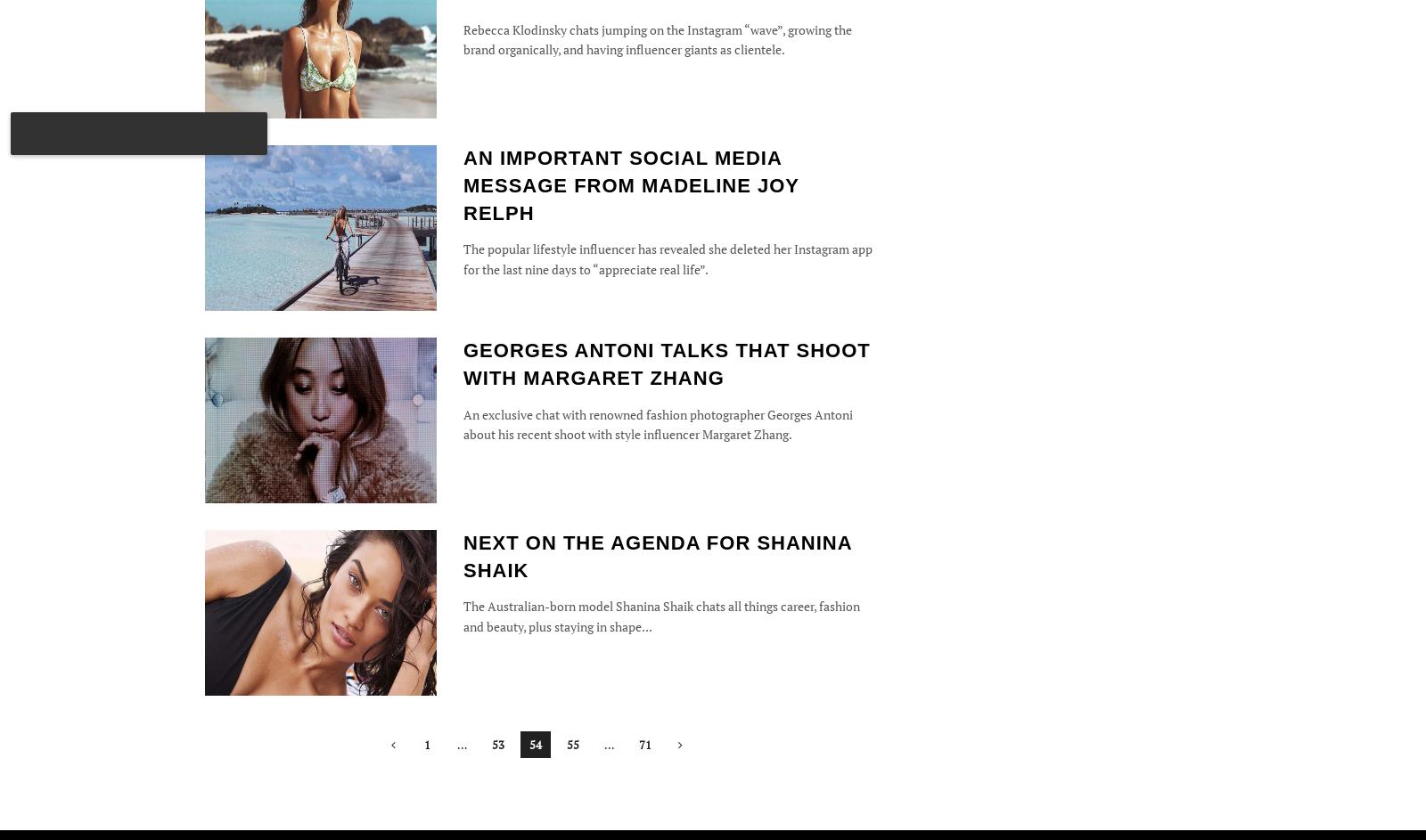  Describe the element at coordinates (661, 615) in the screenshot. I see `'The Australian-born model Shanina Shaik chats all things career, fashion and beauty, plus staying in shape...'` at that location.